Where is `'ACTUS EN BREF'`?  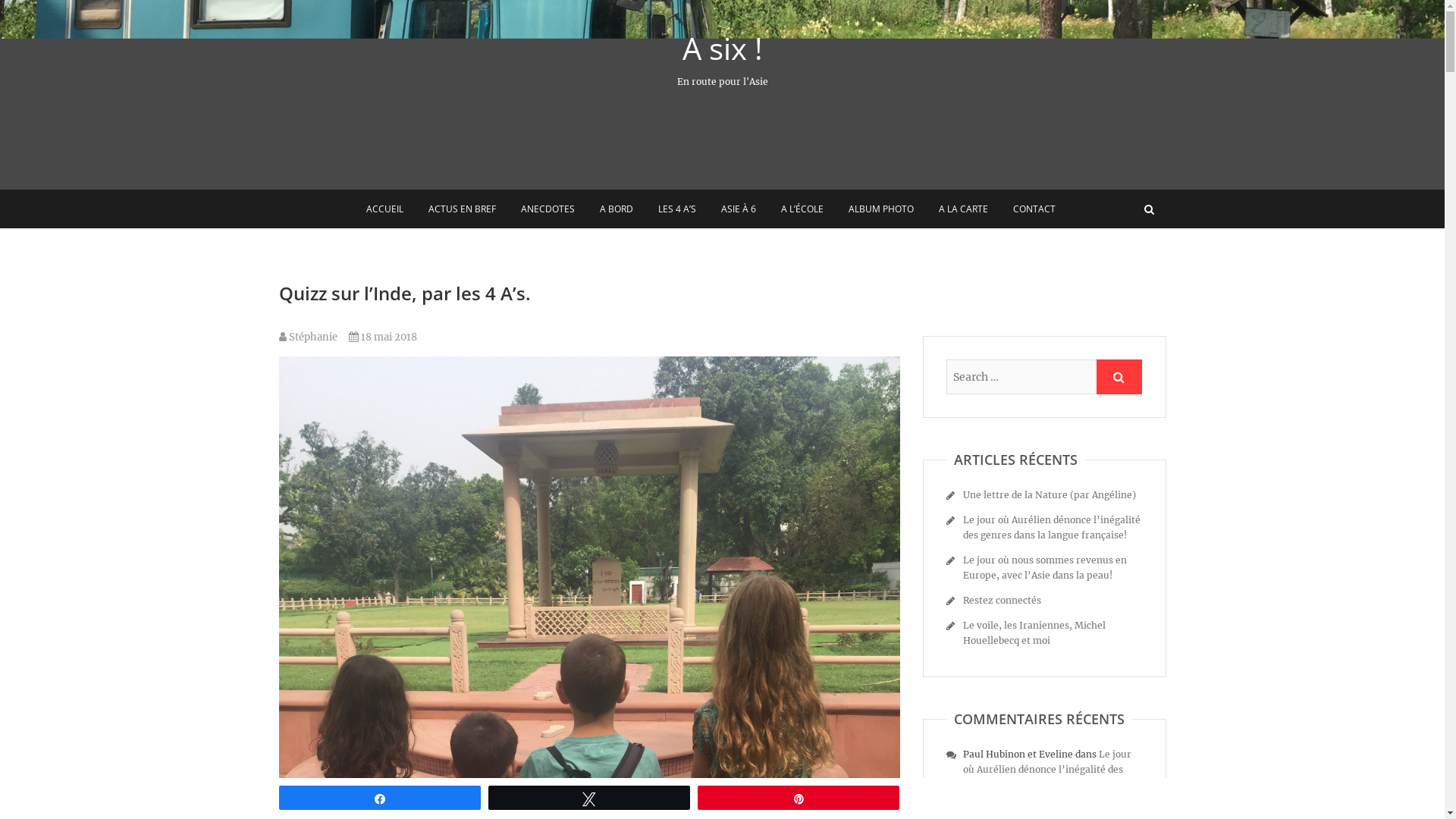
'ACTUS EN BREF' is located at coordinates (461, 209).